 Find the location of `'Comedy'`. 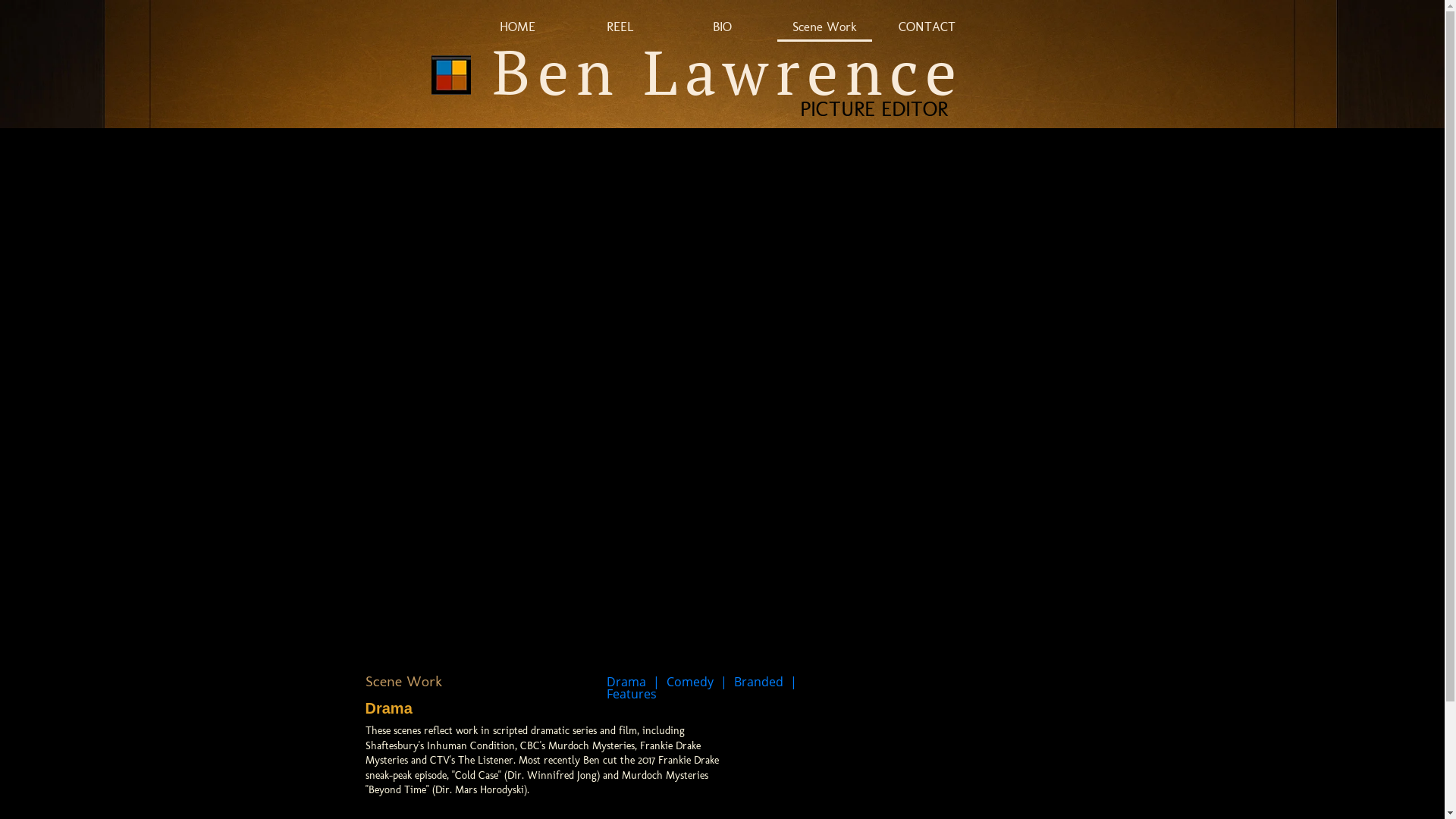

'Comedy' is located at coordinates (666, 680).